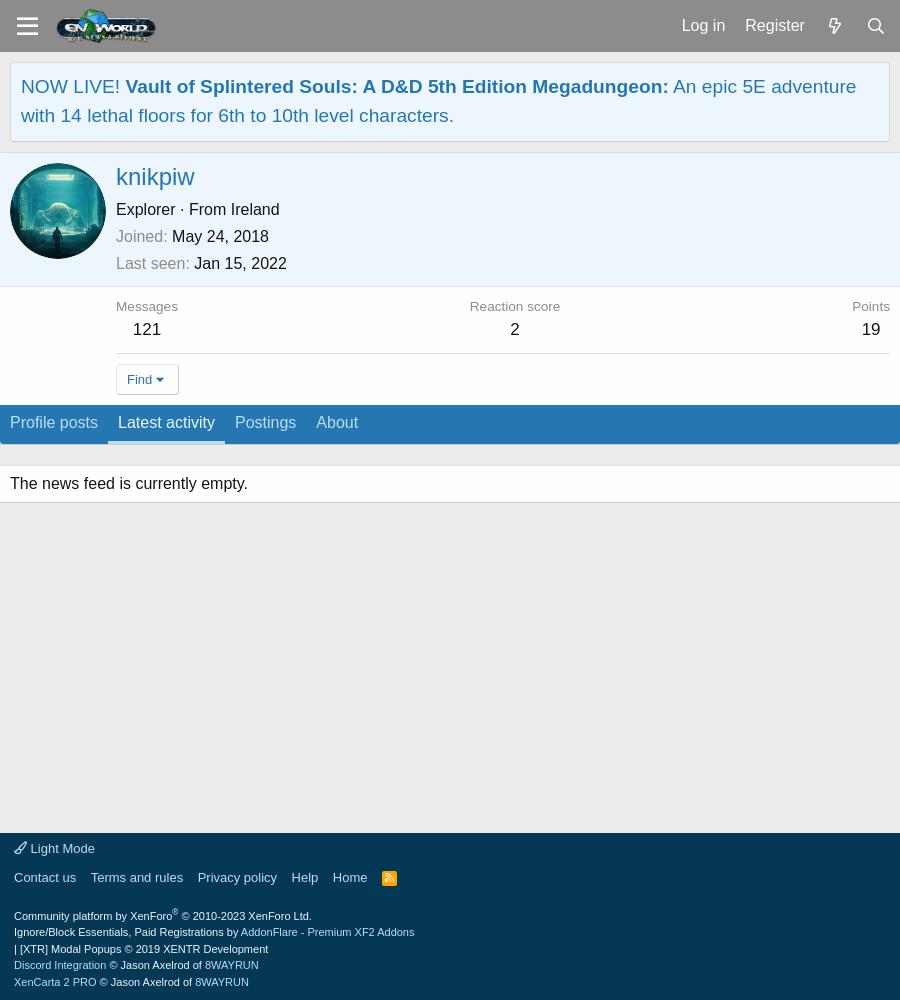  What do you see at coordinates (116, 306) in the screenshot?
I see `'Messages'` at bounding box center [116, 306].